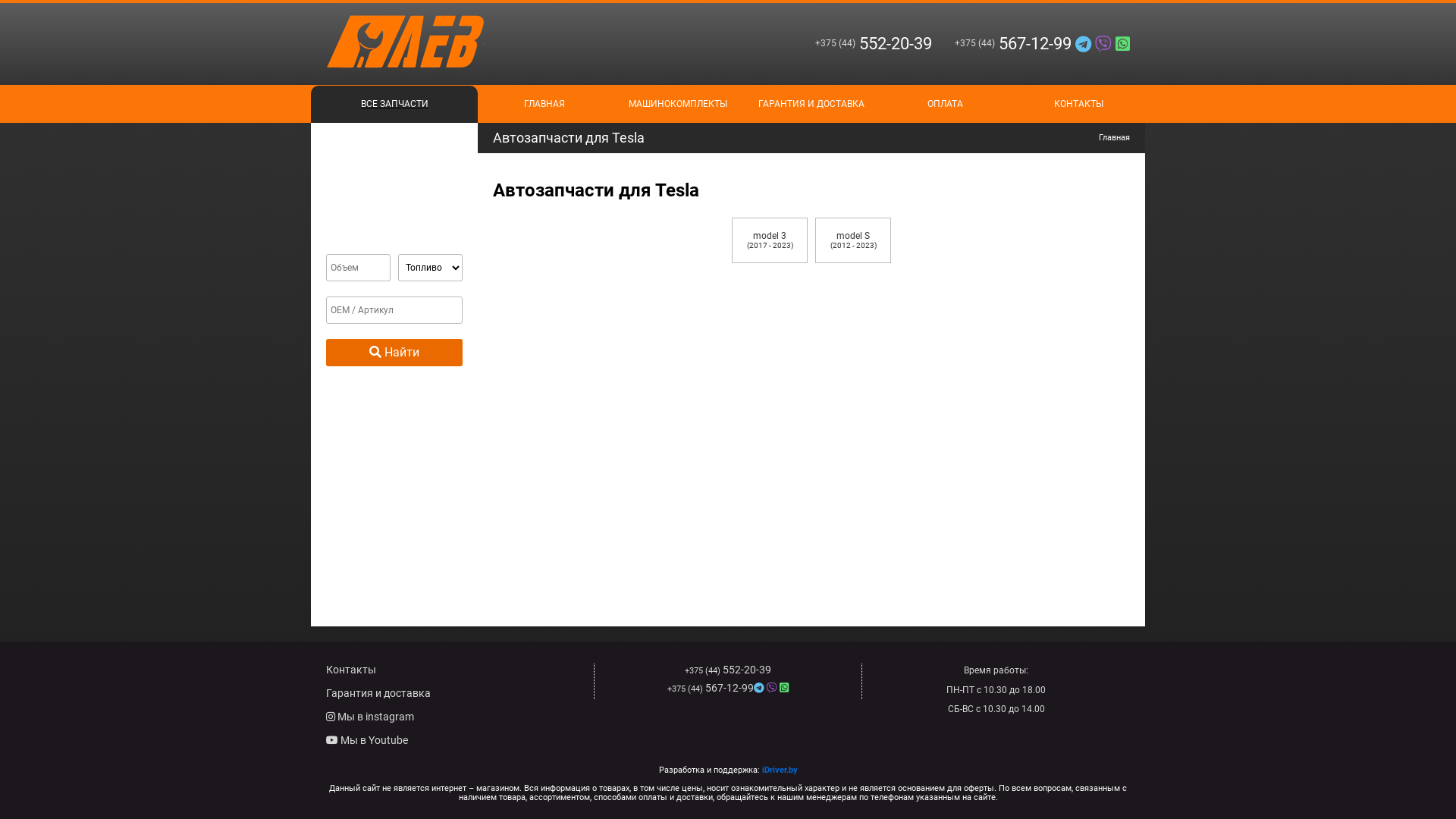  What do you see at coordinates (852, 239) in the screenshot?
I see `'model S` at bounding box center [852, 239].